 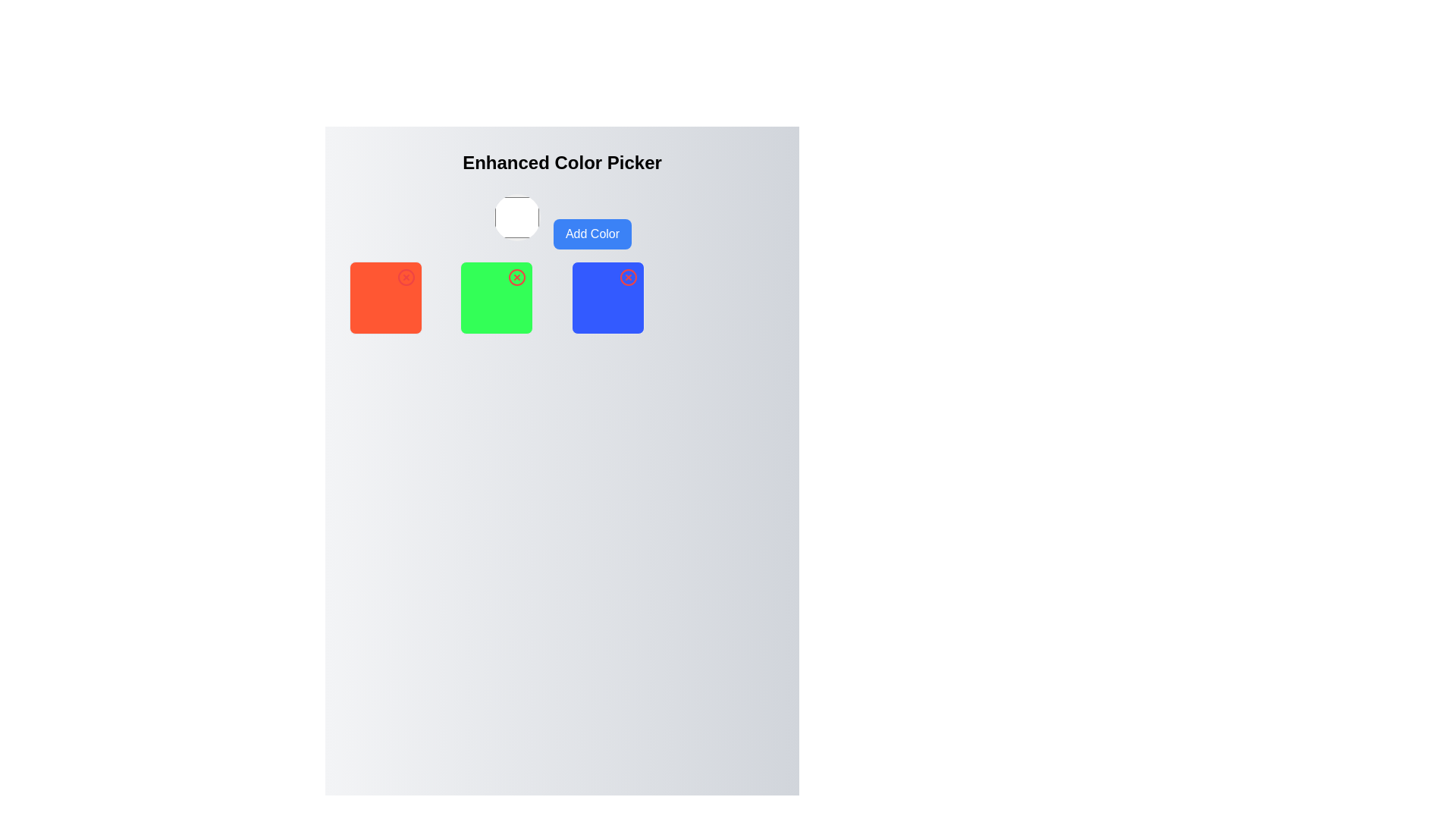 What do you see at coordinates (517, 278) in the screenshot?
I see `the SVG Circle element that is part of the 'X' delete icon within the green square in the color picker grid layout` at bounding box center [517, 278].